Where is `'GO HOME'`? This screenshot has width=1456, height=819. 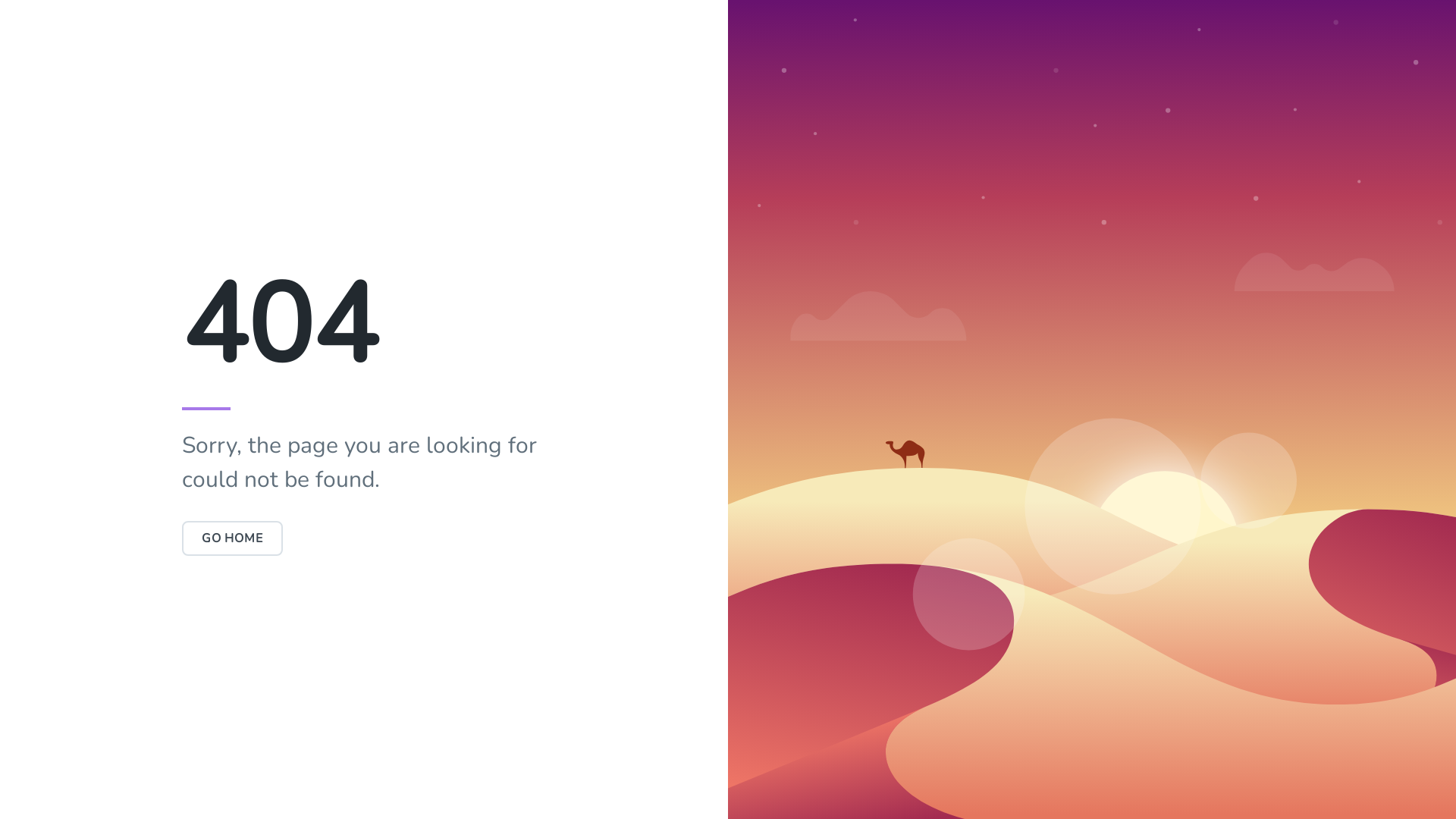 'GO HOME' is located at coordinates (231, 537).